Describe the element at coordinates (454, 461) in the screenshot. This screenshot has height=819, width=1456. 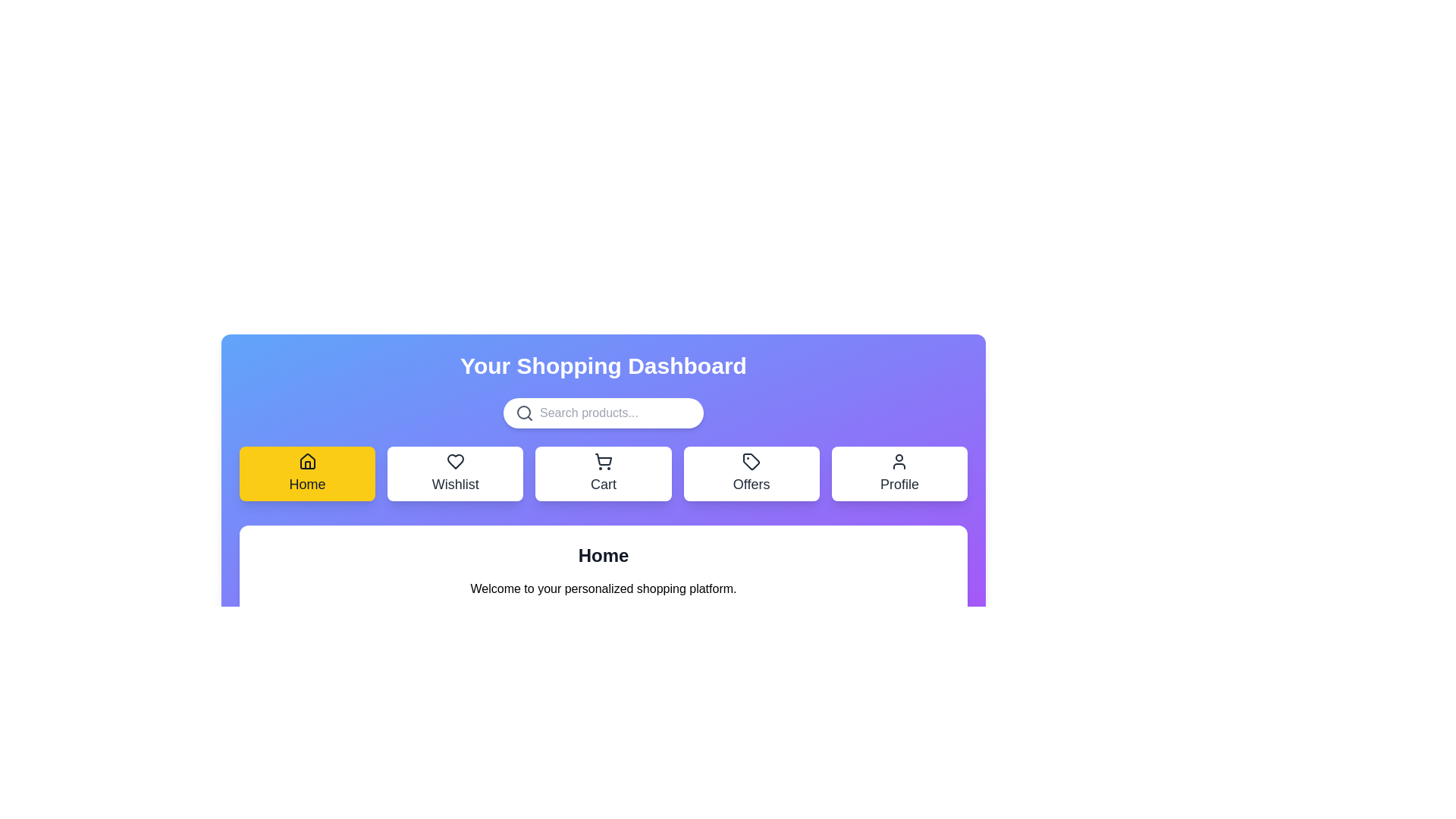
I see `the heart icon within the 'Wishlist' button, which is styled with rounded corners and a white background, located in the top-middle area of the interface` at that location.